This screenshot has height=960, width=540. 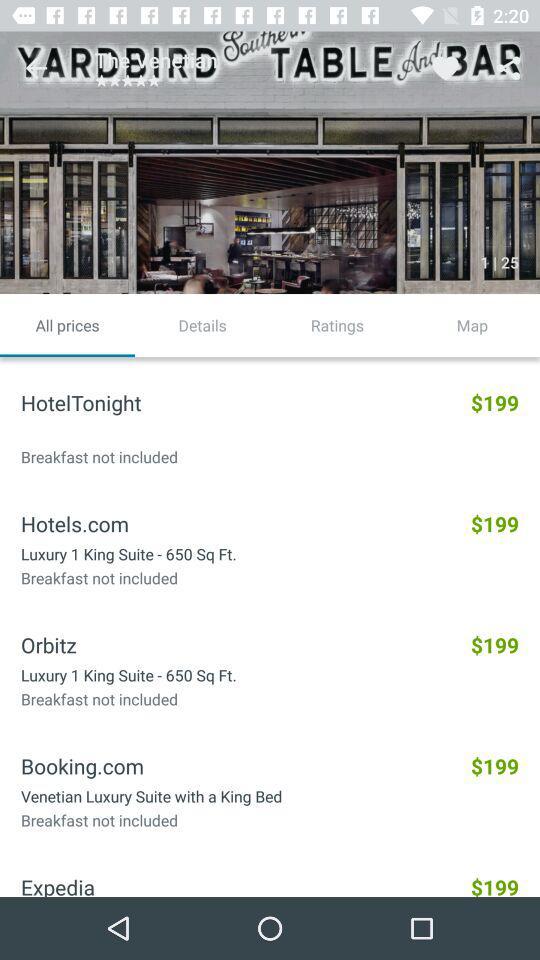 I want to click on the icon next to the the venetian item, so click(x=36, y=68).